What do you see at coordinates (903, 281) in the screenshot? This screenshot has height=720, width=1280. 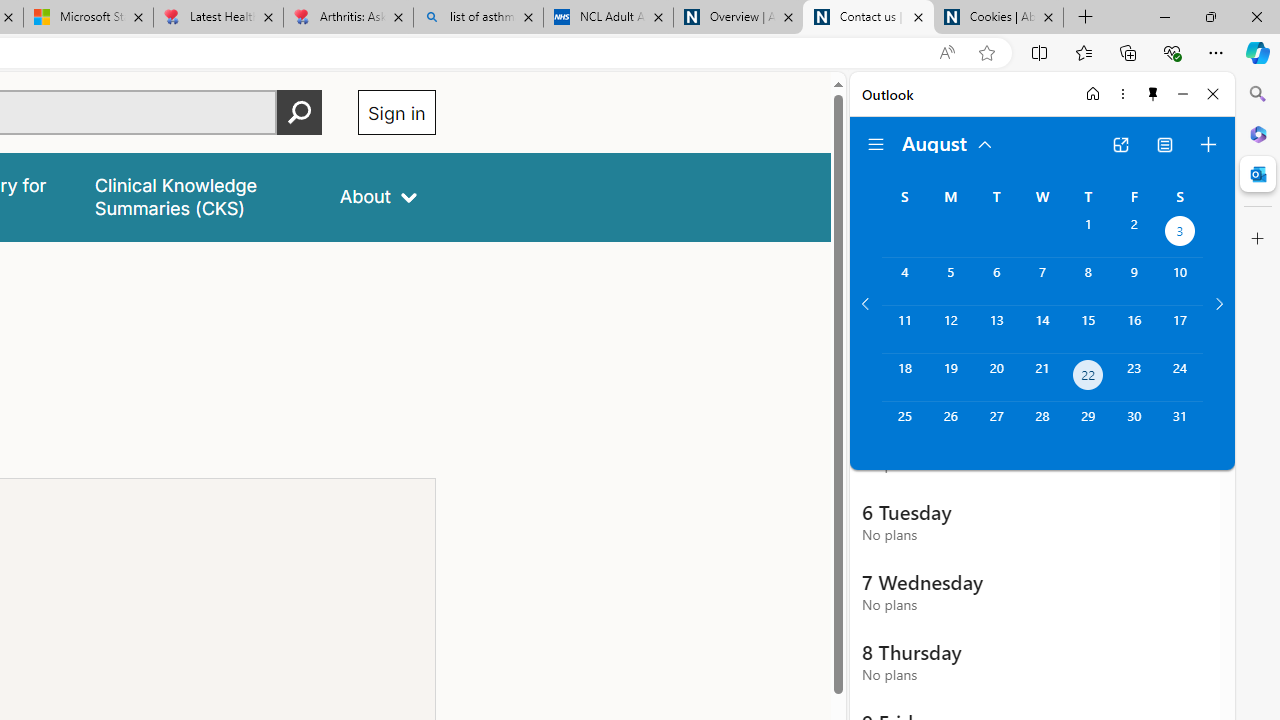 I see `'Sunday, August 4, 2024. '` at bounding box center [903, 281].